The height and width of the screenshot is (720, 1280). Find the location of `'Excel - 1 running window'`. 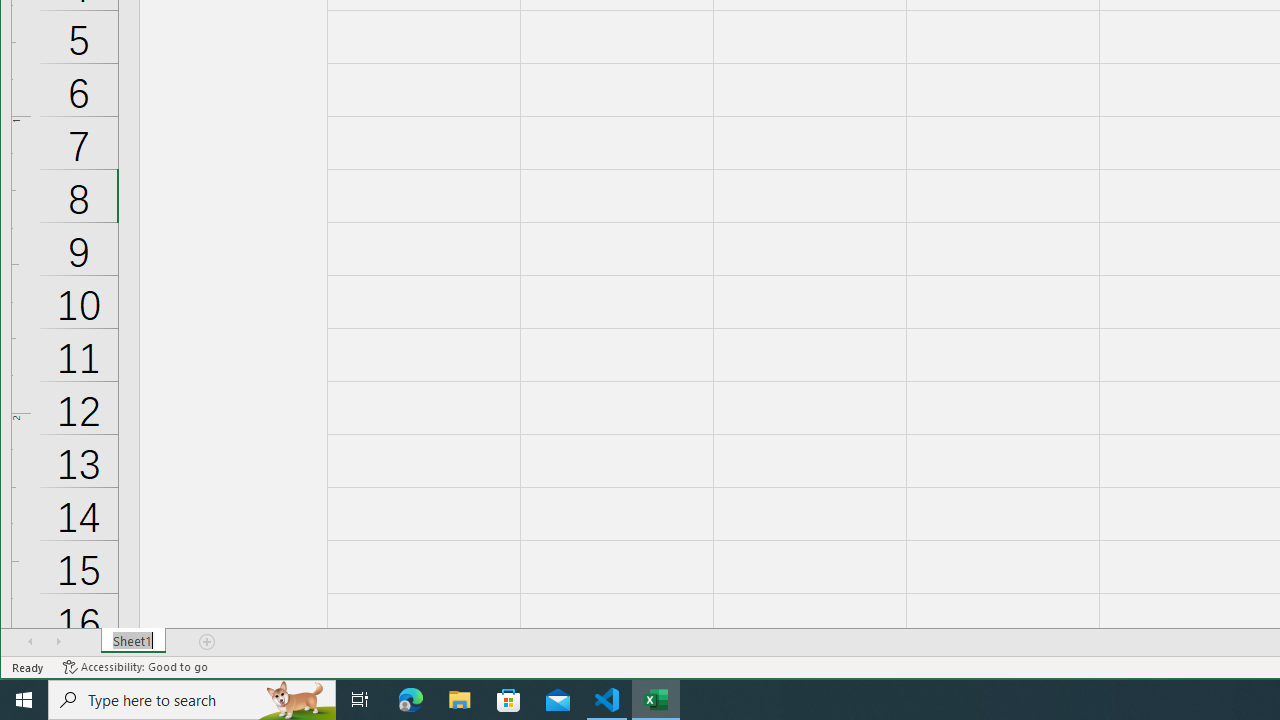

'Excel - 1 running window' is located at coordinates (656, 698).